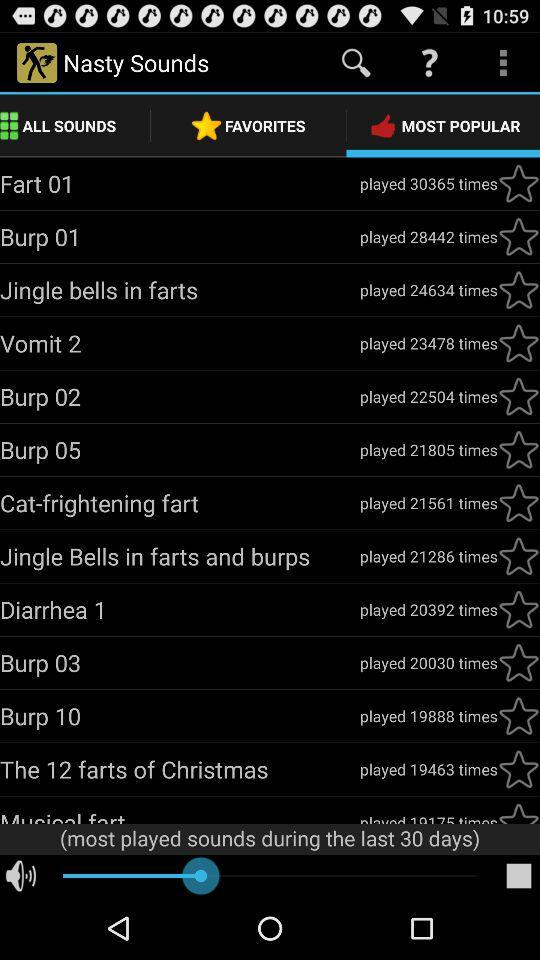  I want to click on favorite, so click(518, 450).